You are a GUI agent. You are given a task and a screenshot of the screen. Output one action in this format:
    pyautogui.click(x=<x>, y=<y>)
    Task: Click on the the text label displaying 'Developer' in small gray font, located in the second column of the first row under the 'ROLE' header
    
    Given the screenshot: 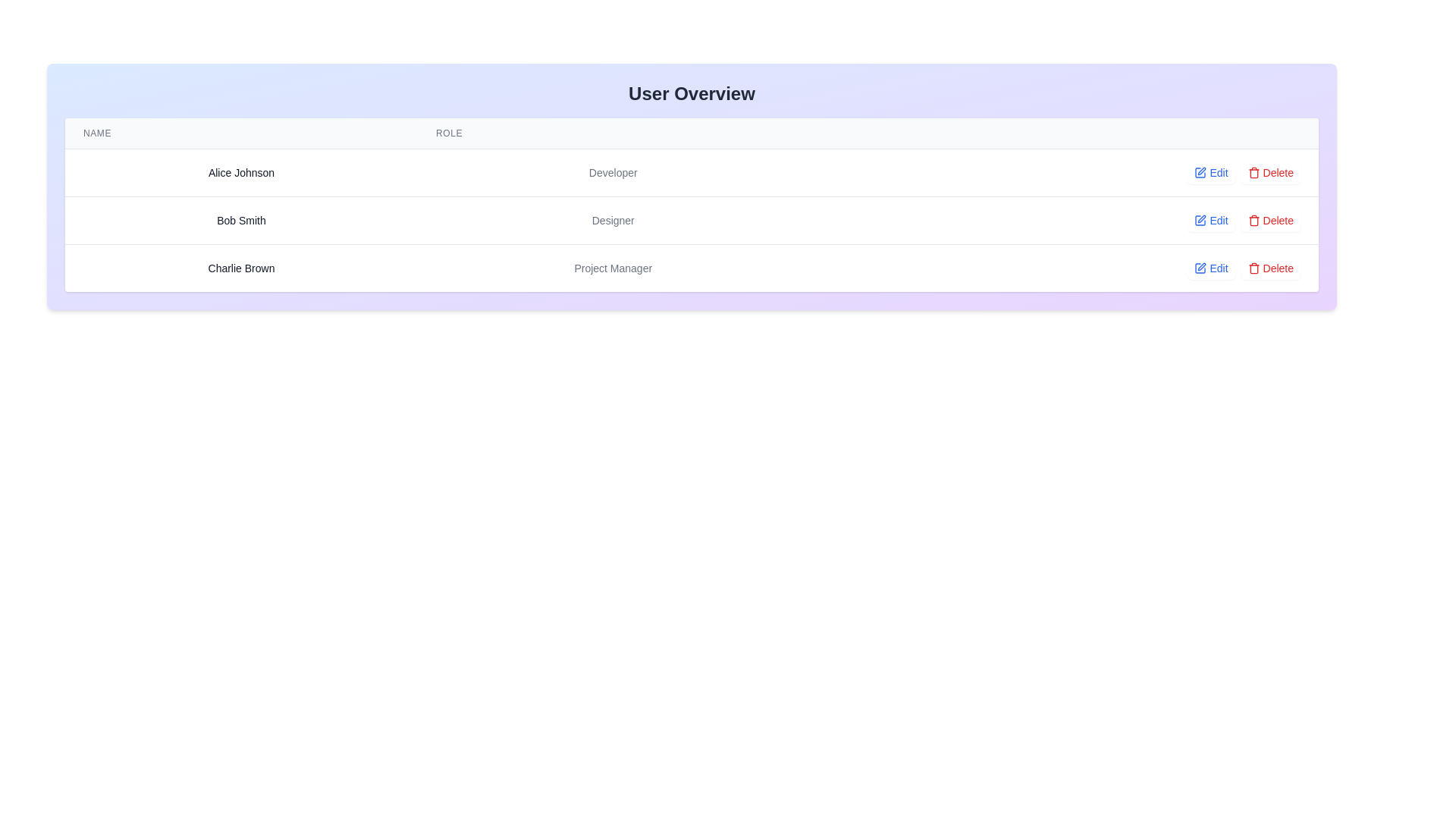 What is the action you would take?
    pyautogui.click(x=613, y=171)
    